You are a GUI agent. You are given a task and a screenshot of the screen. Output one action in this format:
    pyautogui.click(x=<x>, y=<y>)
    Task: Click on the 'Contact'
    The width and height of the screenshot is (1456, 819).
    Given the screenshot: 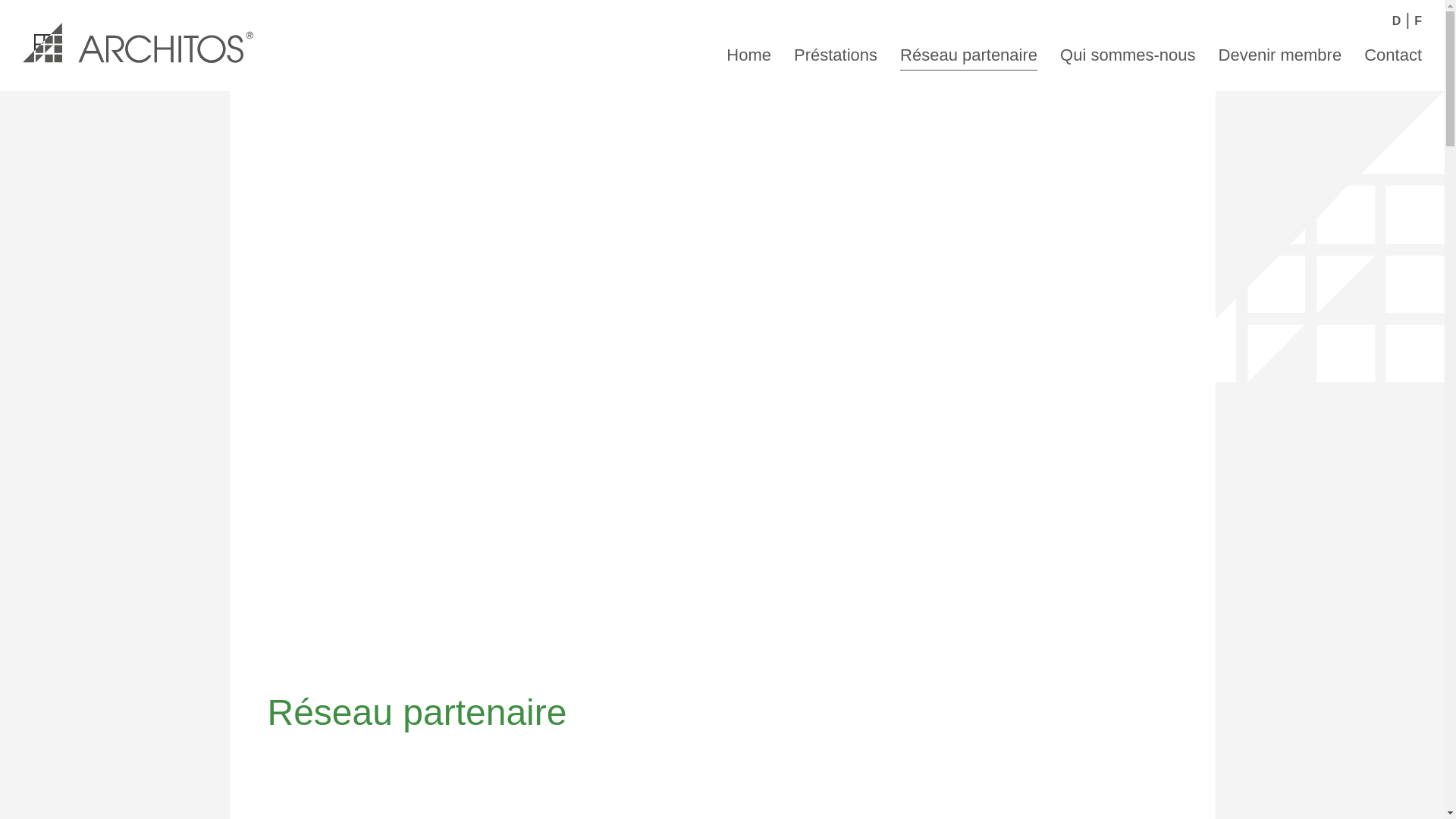 What is the action you would take?
    pyautogui.click(x=1393, y=52)
    